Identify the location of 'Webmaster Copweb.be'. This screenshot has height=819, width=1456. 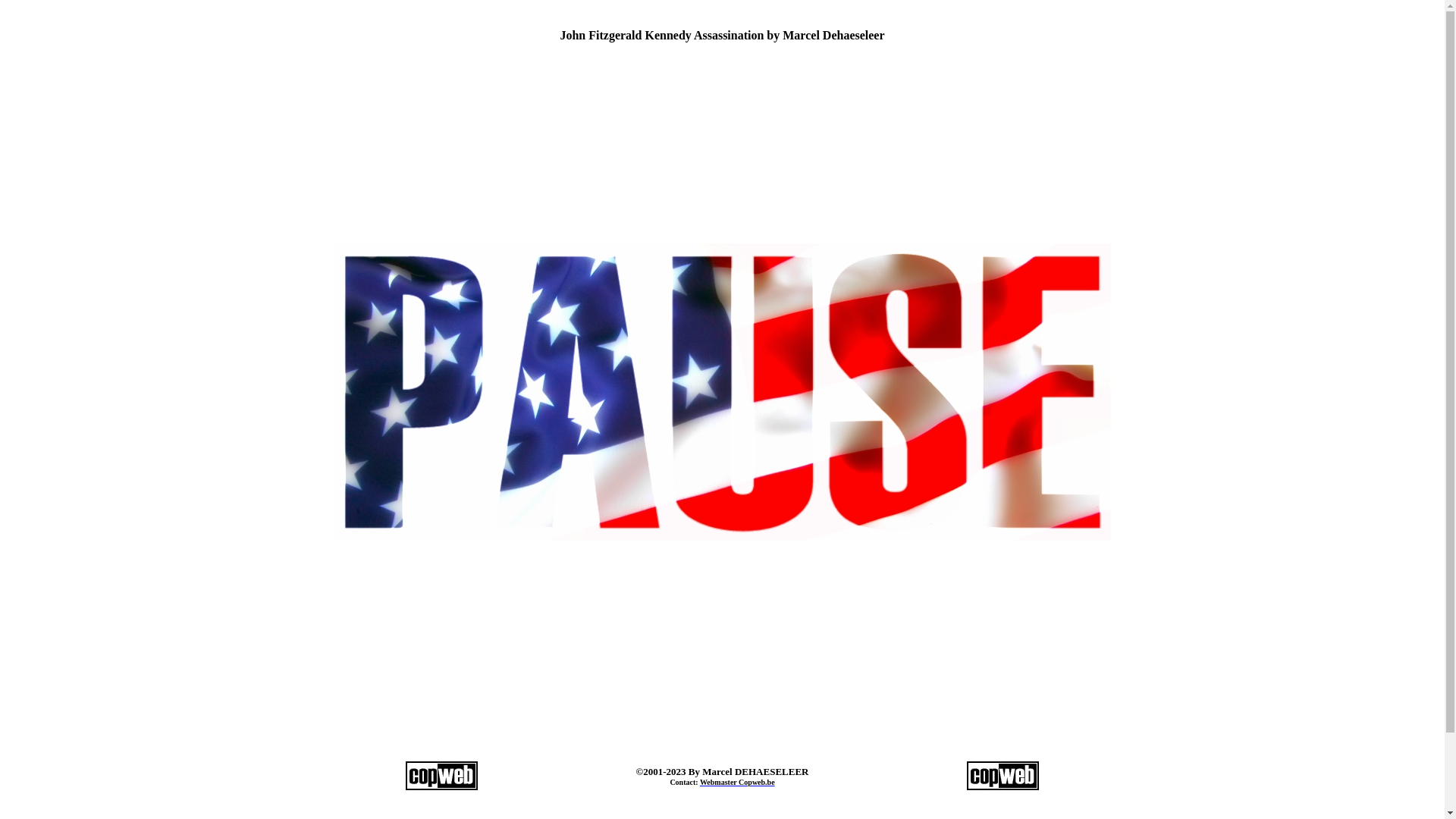
(737, 782).